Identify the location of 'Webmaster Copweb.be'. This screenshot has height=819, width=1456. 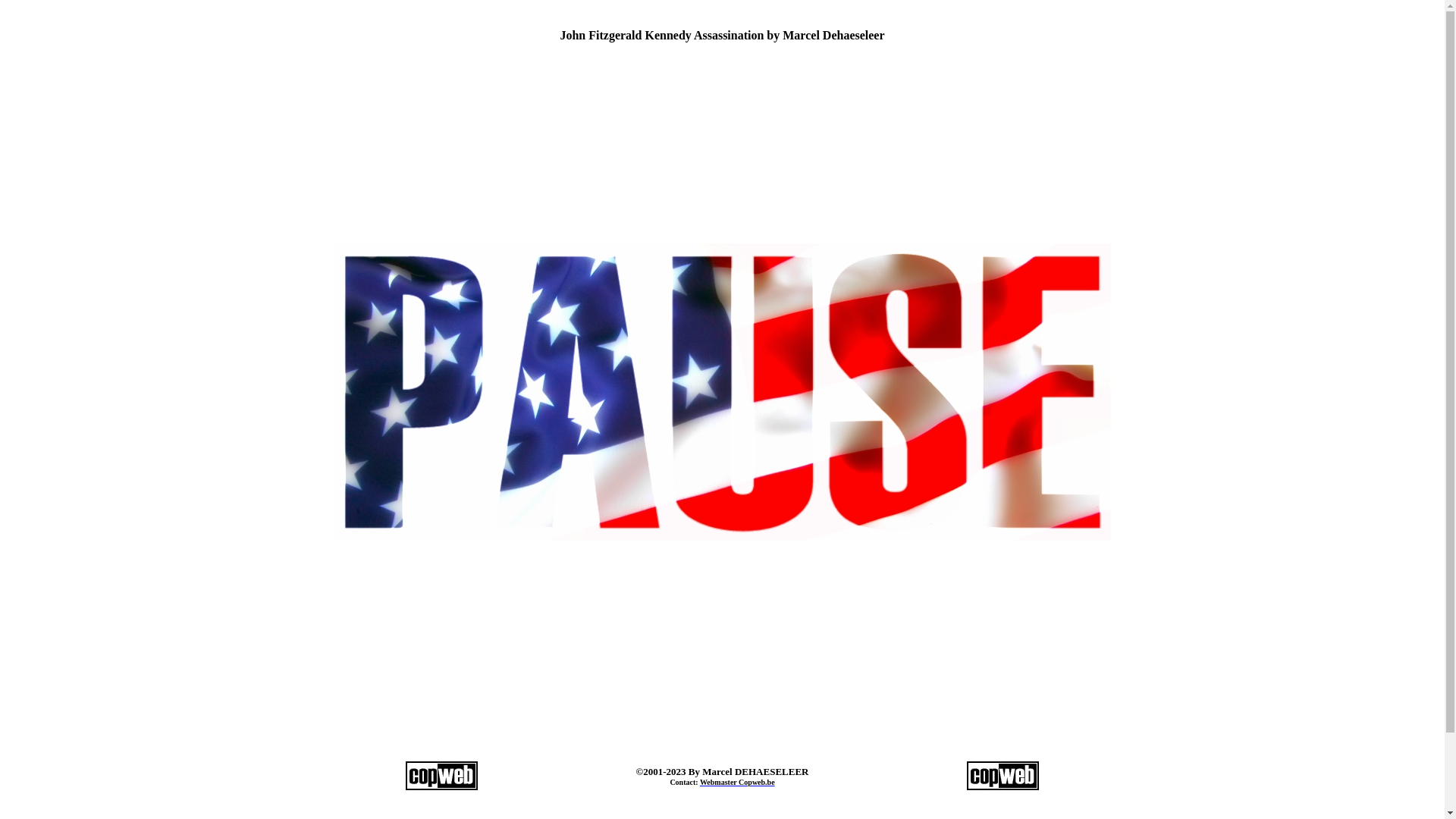
(737, 782).